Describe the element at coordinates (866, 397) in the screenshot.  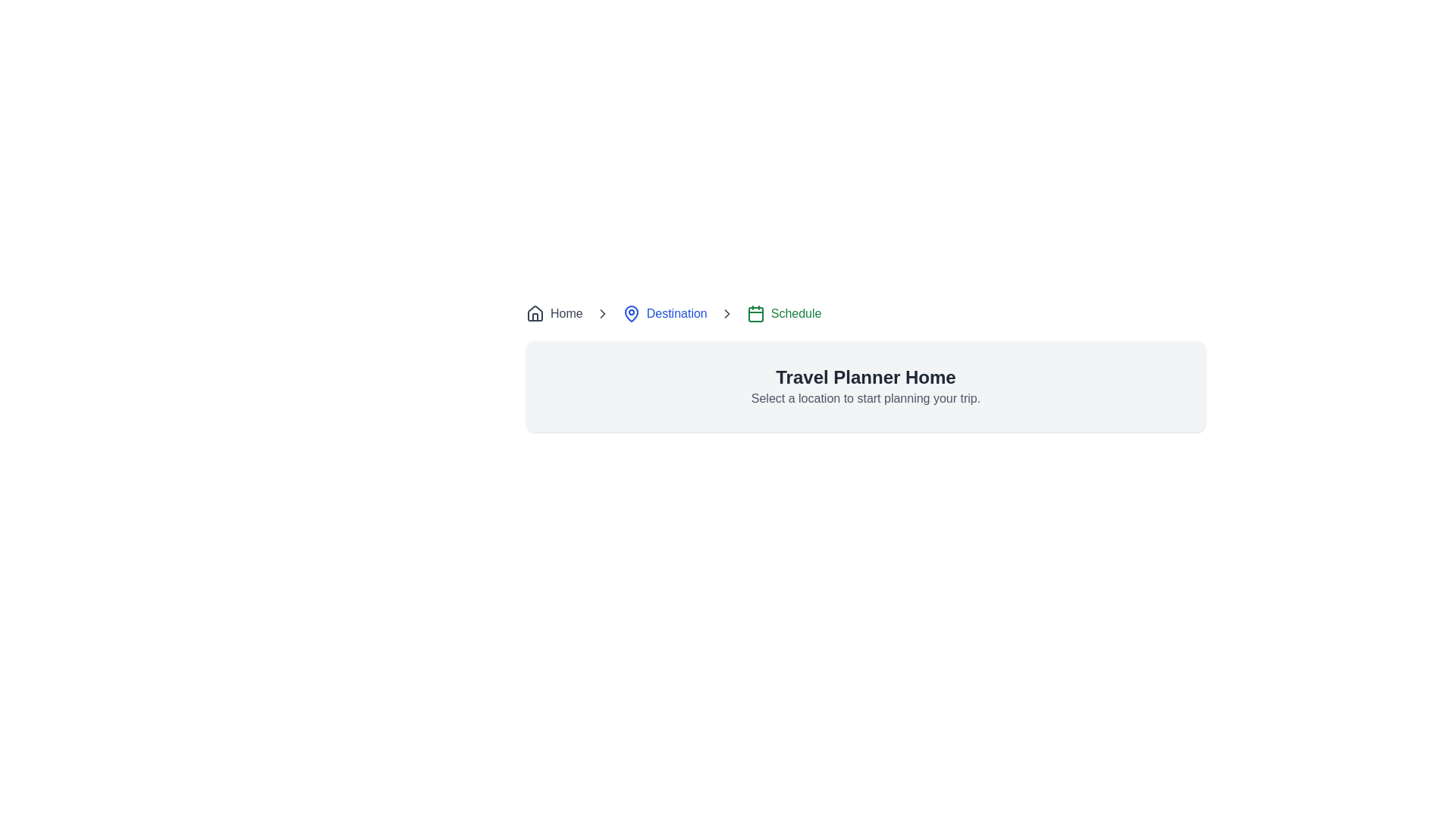
I see `the text element that states 'Select a location to start planning your trip.' which is styled in gray font and located below the bold header 'Travel Planner Home'` at that location.